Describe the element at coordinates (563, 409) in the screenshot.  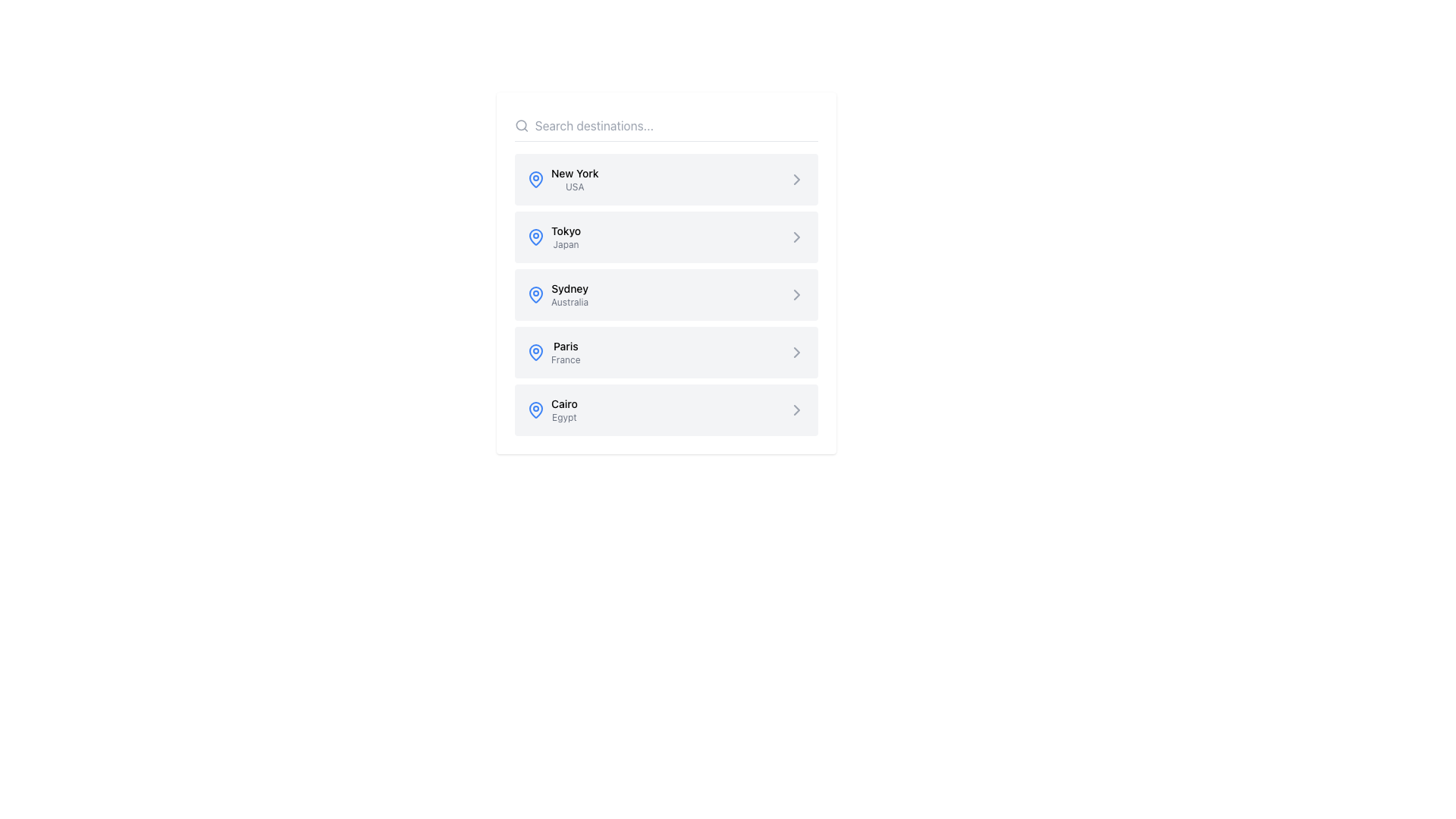
I see `the text label displaying 'Cairo' and 'Egypt' located in the fifth row of the destination list` at that location.